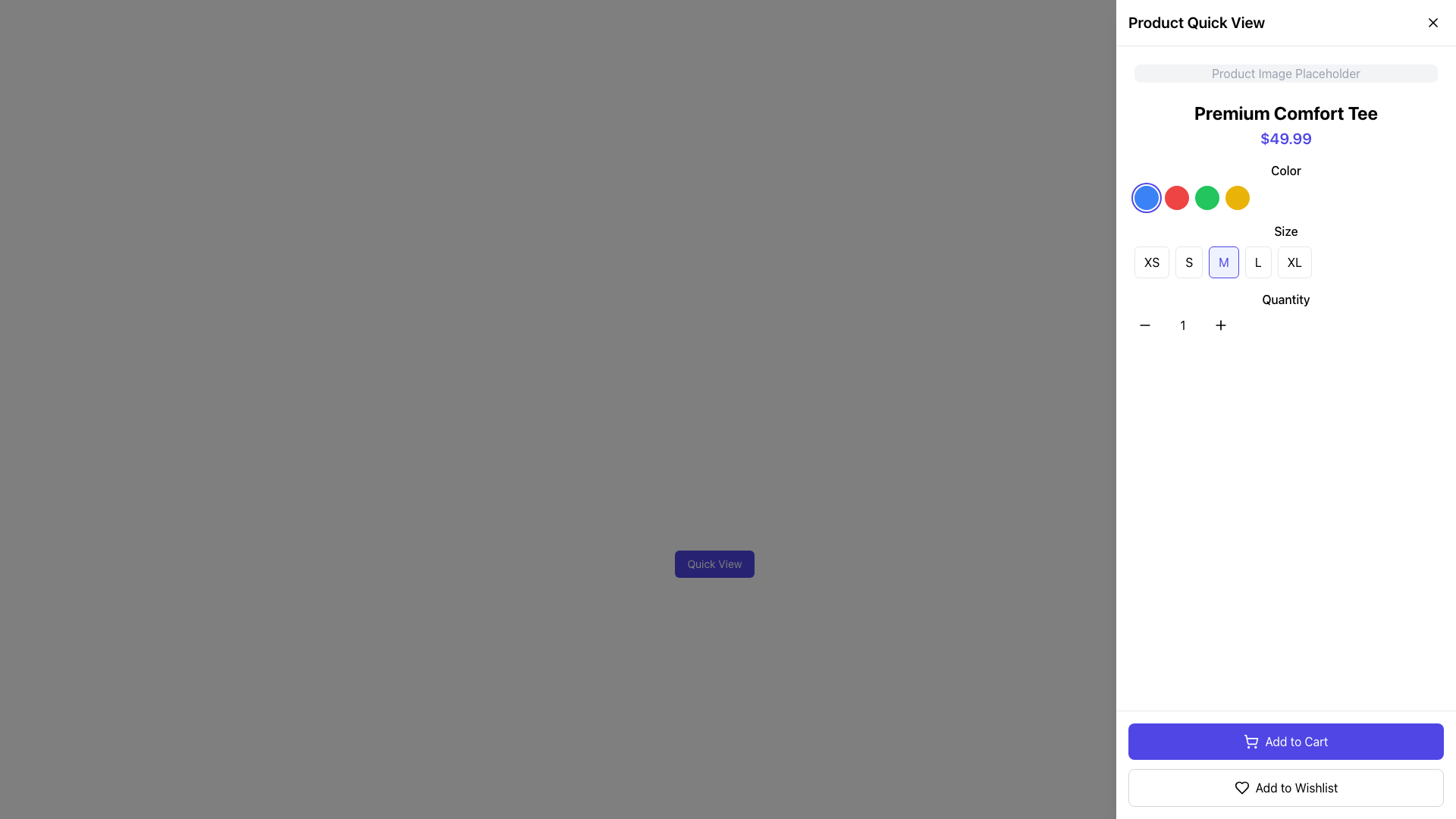  I want to click on the heart-shaped icon used for 'like' or 'wishlist' action located within the 'Add to Wishlist' button beneath the 'Add to Cart' button on the right-side panel, so click(1241, 786).